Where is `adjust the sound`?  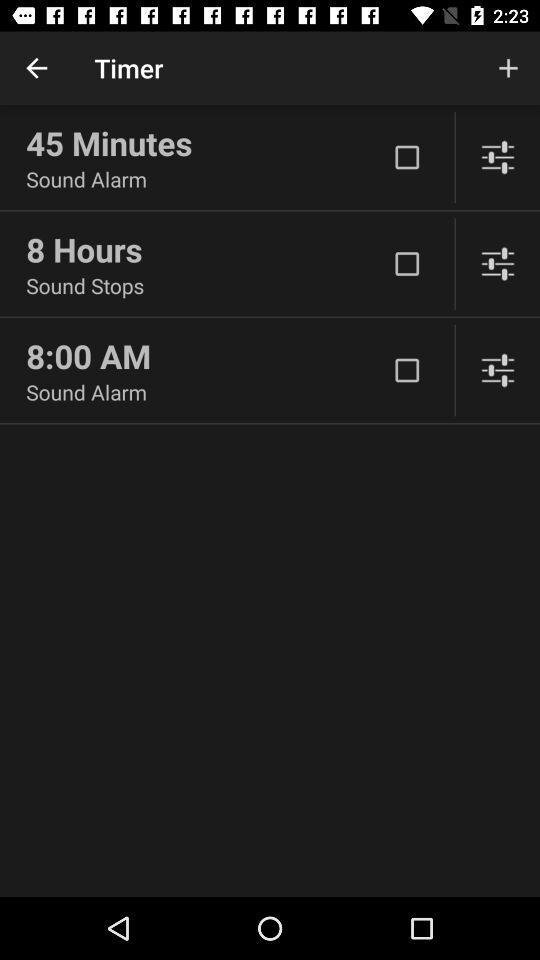 adjust the sound is located at coordinates (496, 263).